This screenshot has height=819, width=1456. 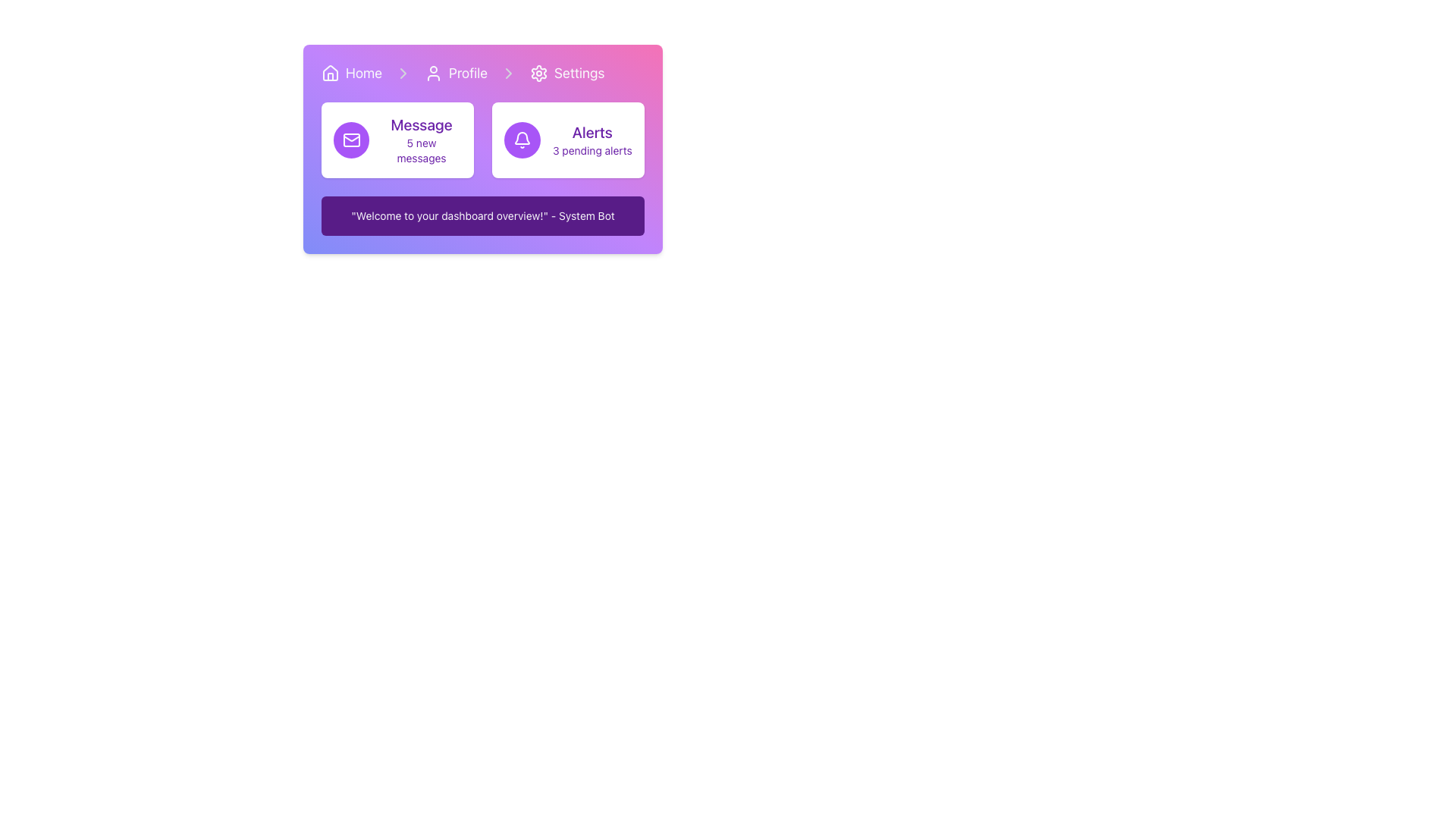 What do you see at coordinates (522, 140) in the screenshot?
I see `the bell icon with a purple circular background located on the right side of the dashboard interface within the 'Alerts' card` at bounding box center [522, 140].